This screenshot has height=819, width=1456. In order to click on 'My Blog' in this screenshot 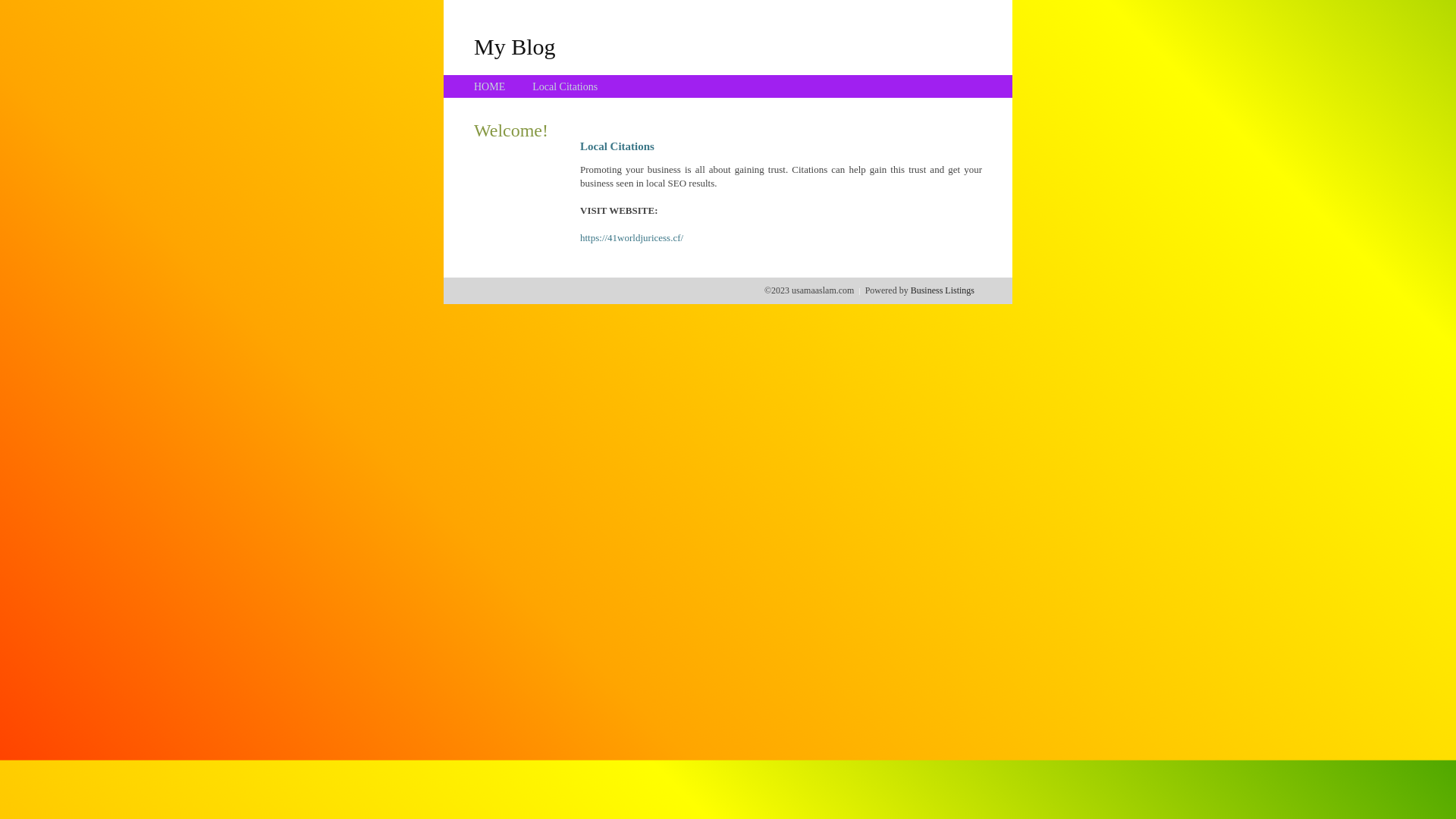, I will do `click(472, 45)`.